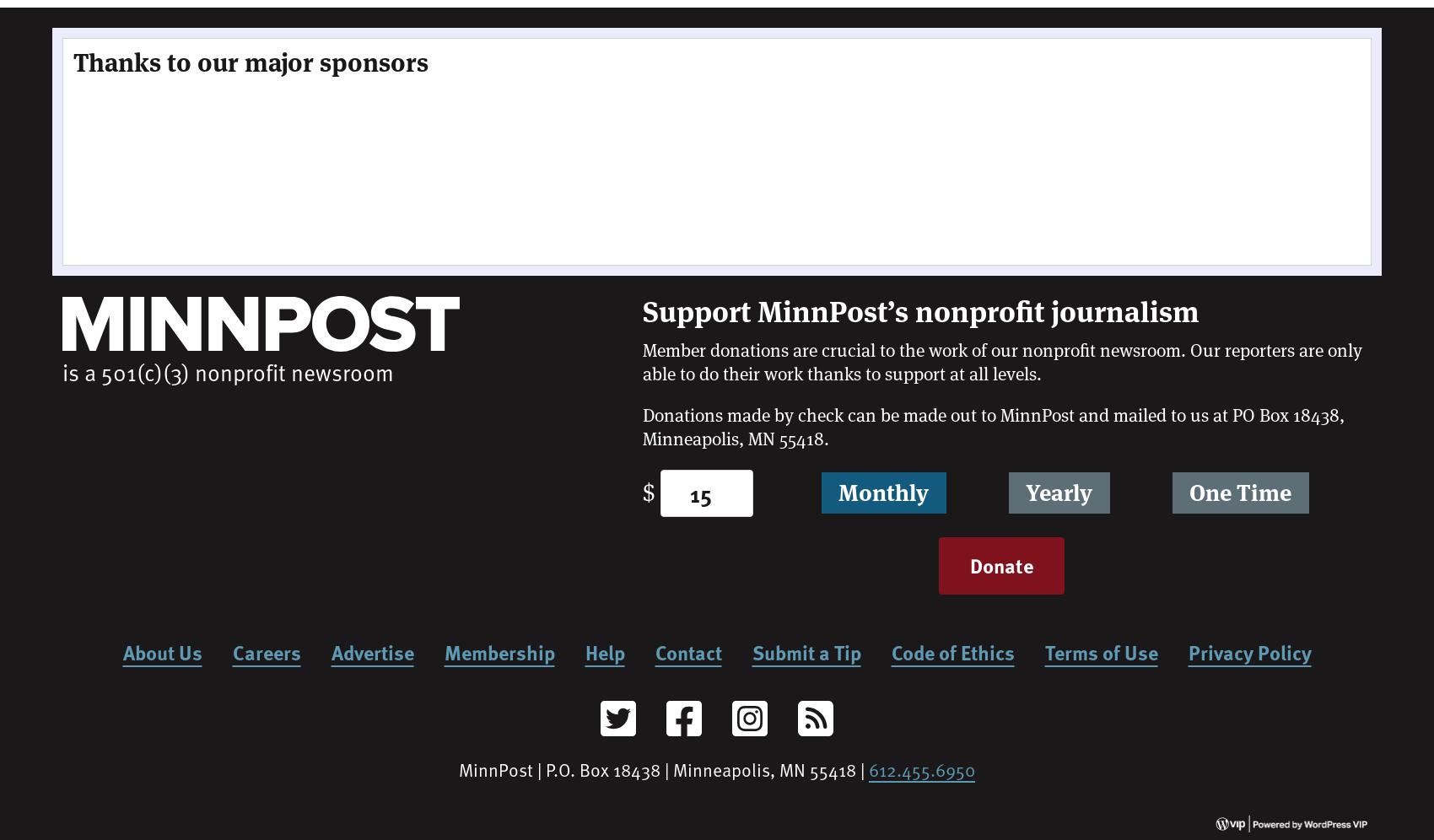 This screenshot has width=1434, height=840. I want to click on 'MinnPost | P.O. Box 18438 | Minneapolis, MN 55418 |', so click(458, 767).